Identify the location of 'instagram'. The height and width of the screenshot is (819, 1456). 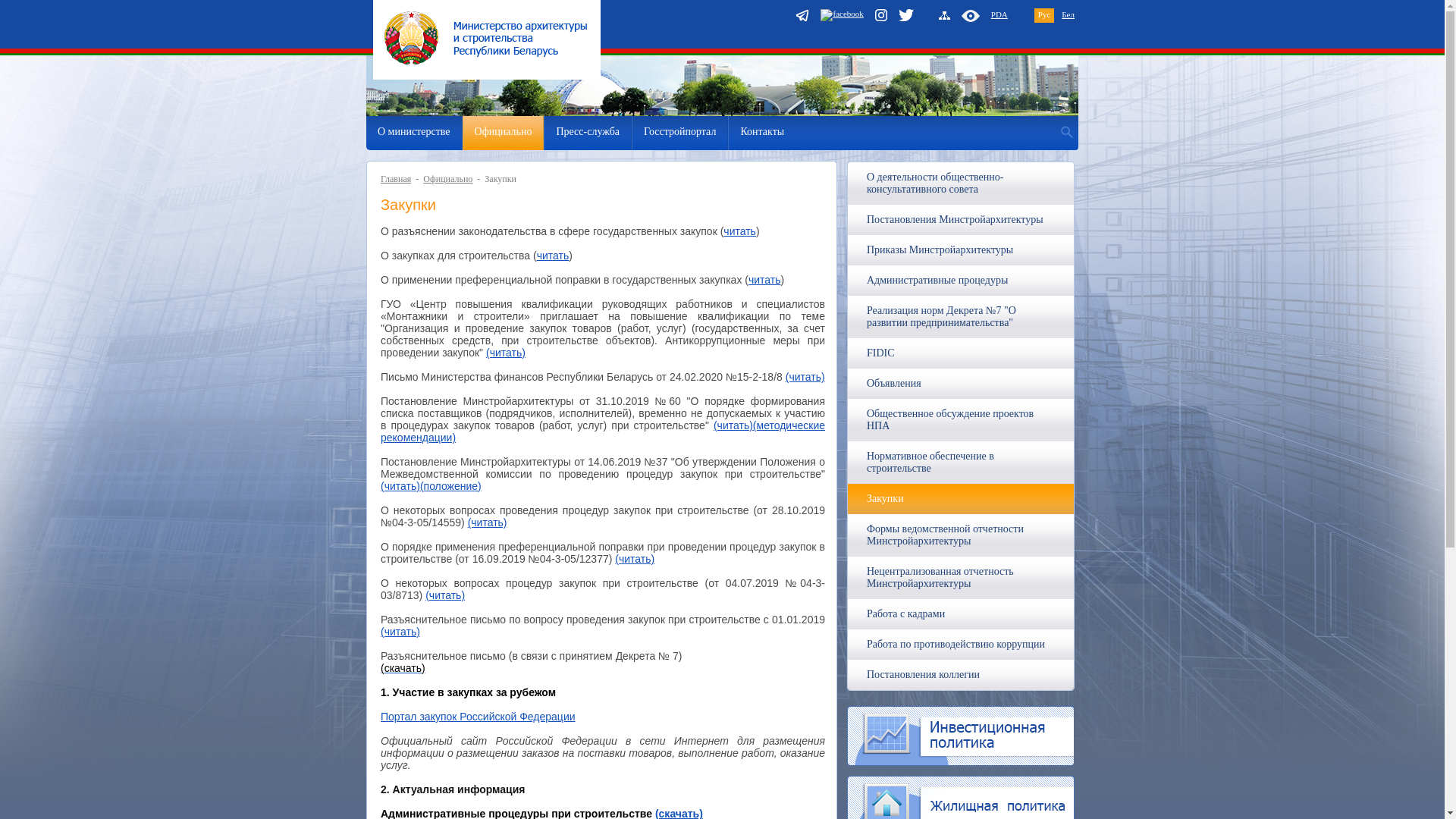
(880, 15).